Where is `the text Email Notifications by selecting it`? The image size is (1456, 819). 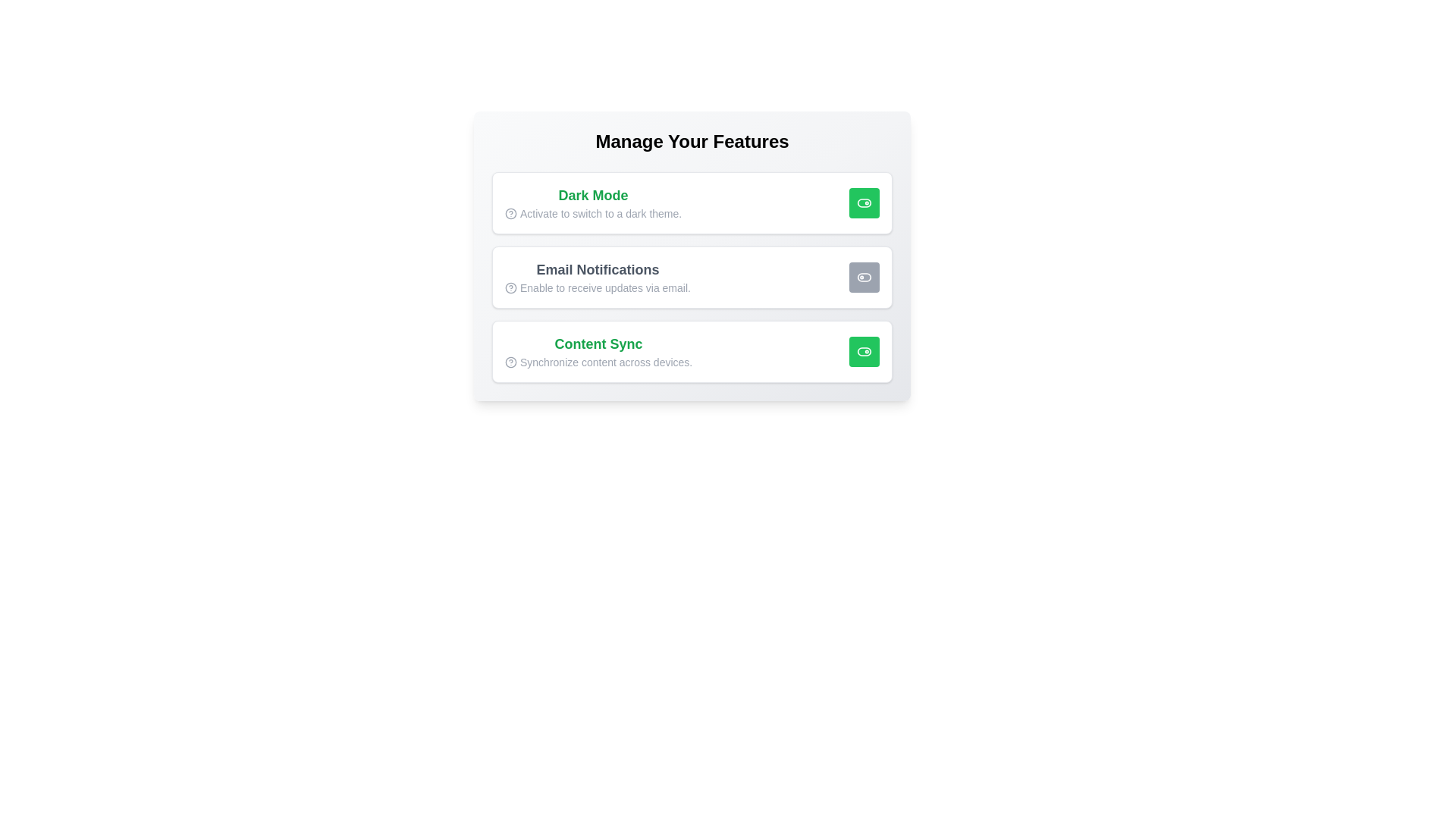
the text Email Notifications by selecting it is located at coordinates (597, 268).